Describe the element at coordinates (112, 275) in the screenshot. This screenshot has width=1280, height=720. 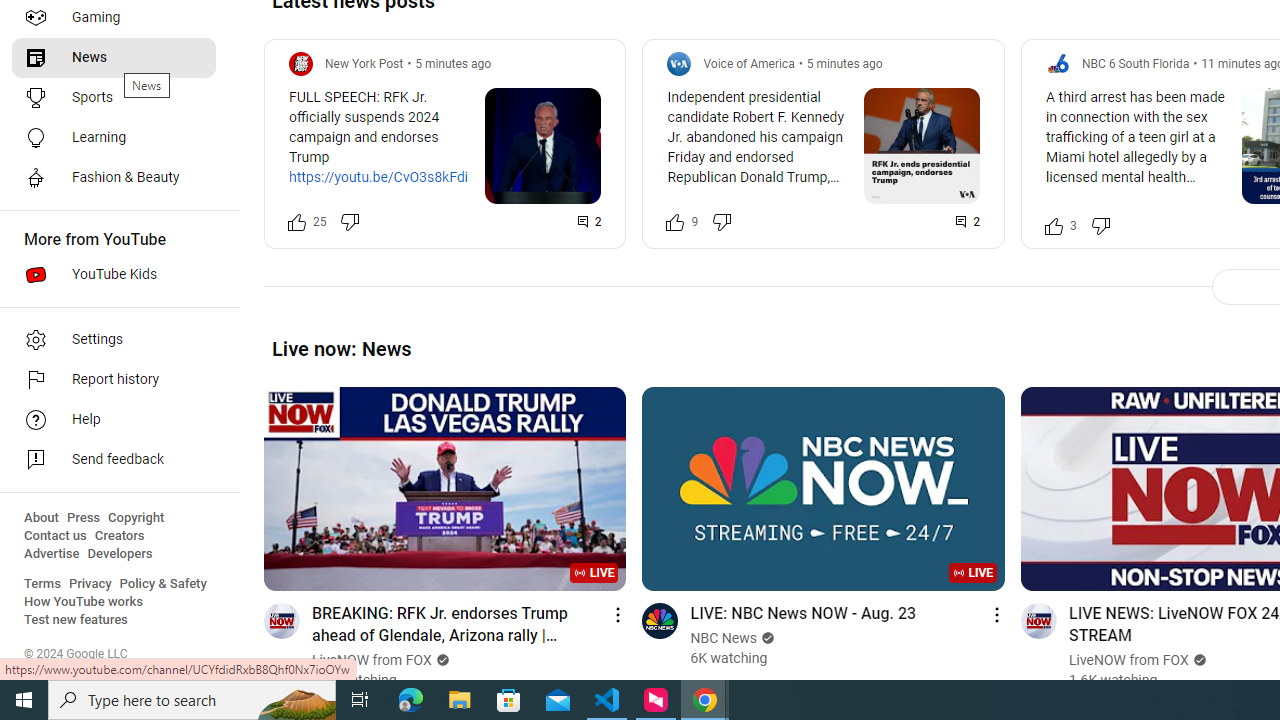
I see `'YouTube Kids'` at that location.